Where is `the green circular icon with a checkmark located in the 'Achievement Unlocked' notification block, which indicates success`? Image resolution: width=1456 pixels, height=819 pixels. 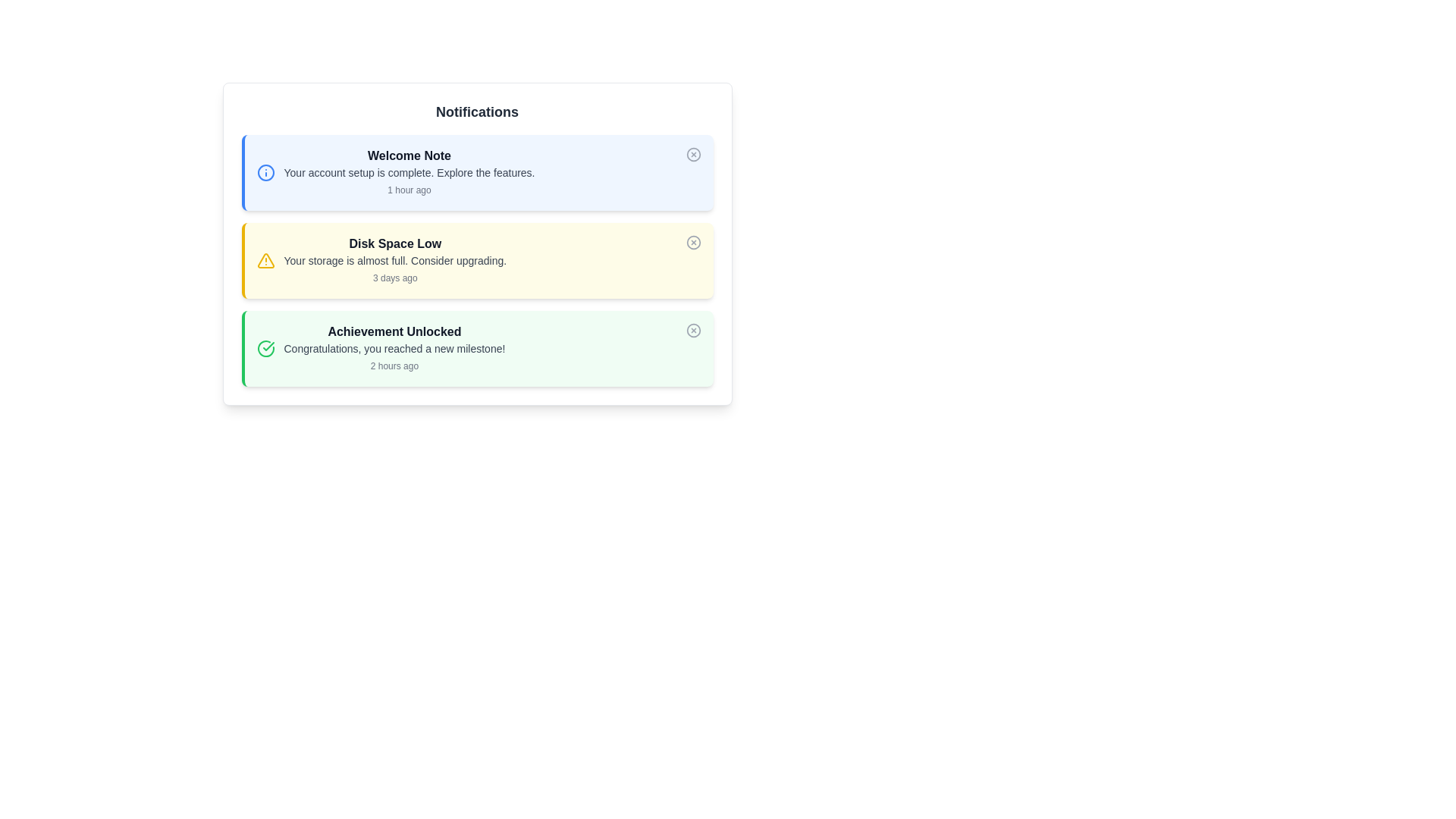
the green circular icon with a checkmark located in the 'Achievement Unlocked' notification block, which indicates success is located at coordinates (265, 348).